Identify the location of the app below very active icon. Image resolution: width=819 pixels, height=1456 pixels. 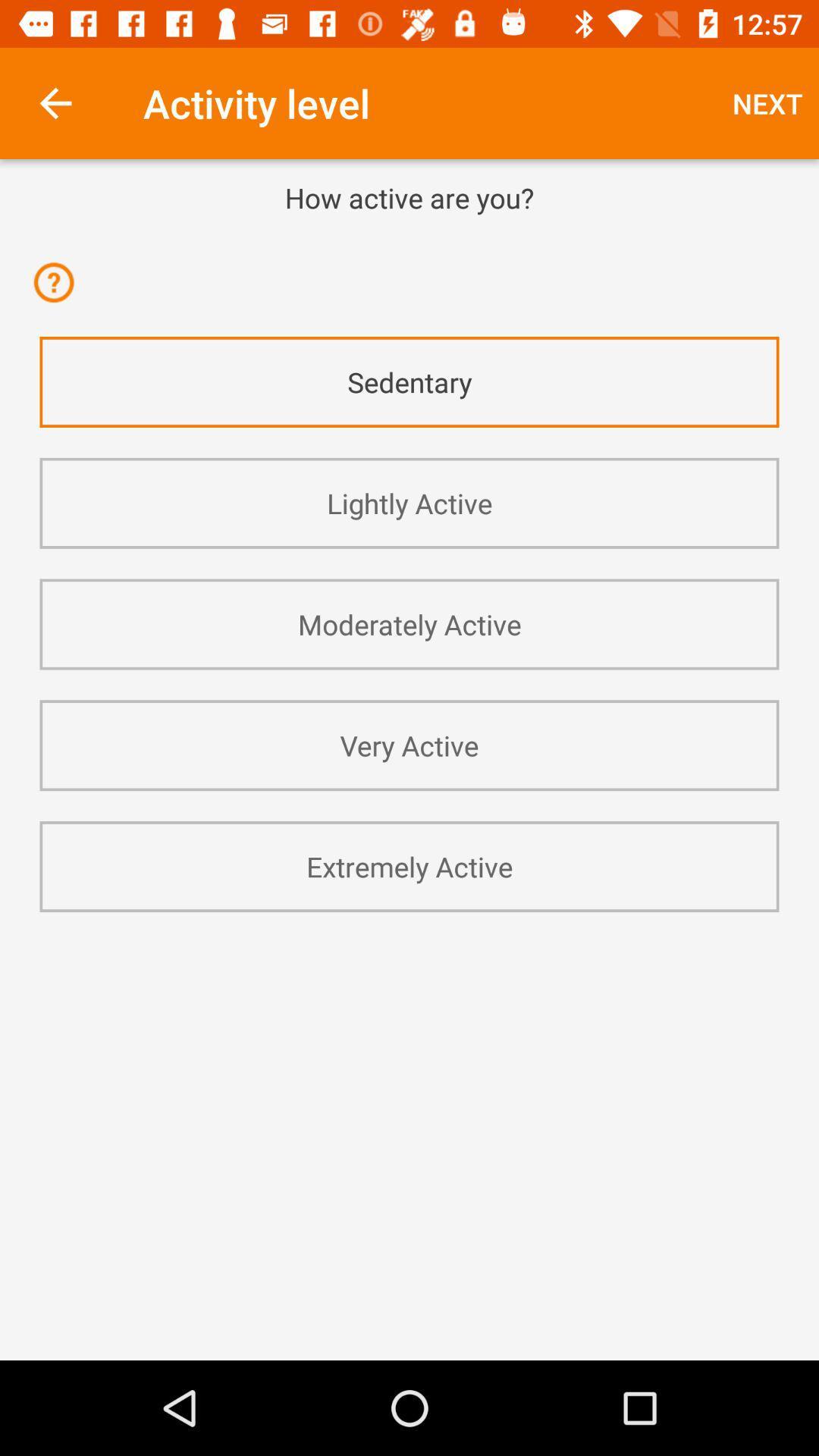
(409, 866).